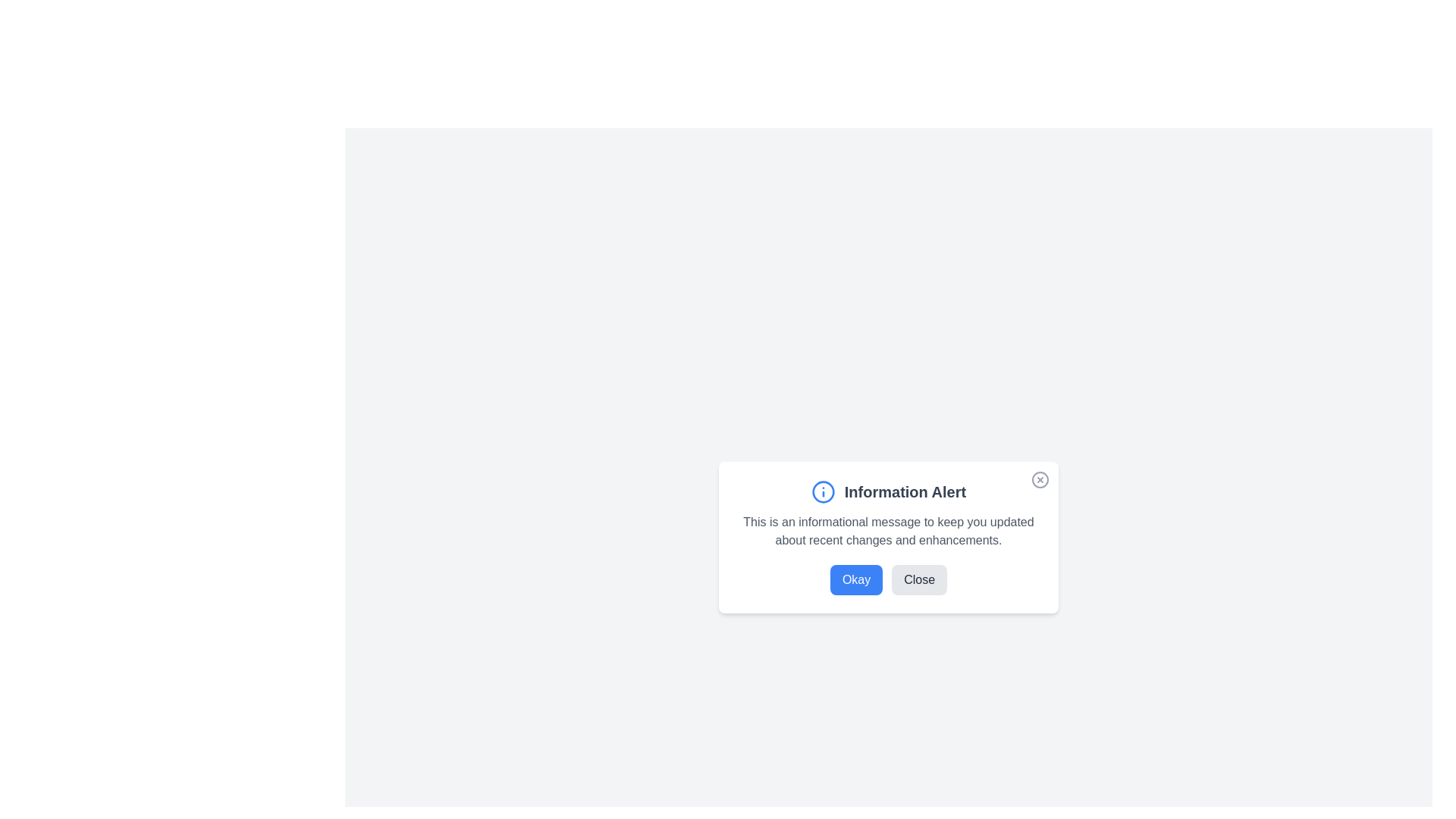 The image size is (1456, 819). What do you see at coordinates (822, 491) in the screenshot?
I see `the circular graphic icon located to the left of the 'Information Alert' text in the notification dialog box` at bounding box center [822, 491].